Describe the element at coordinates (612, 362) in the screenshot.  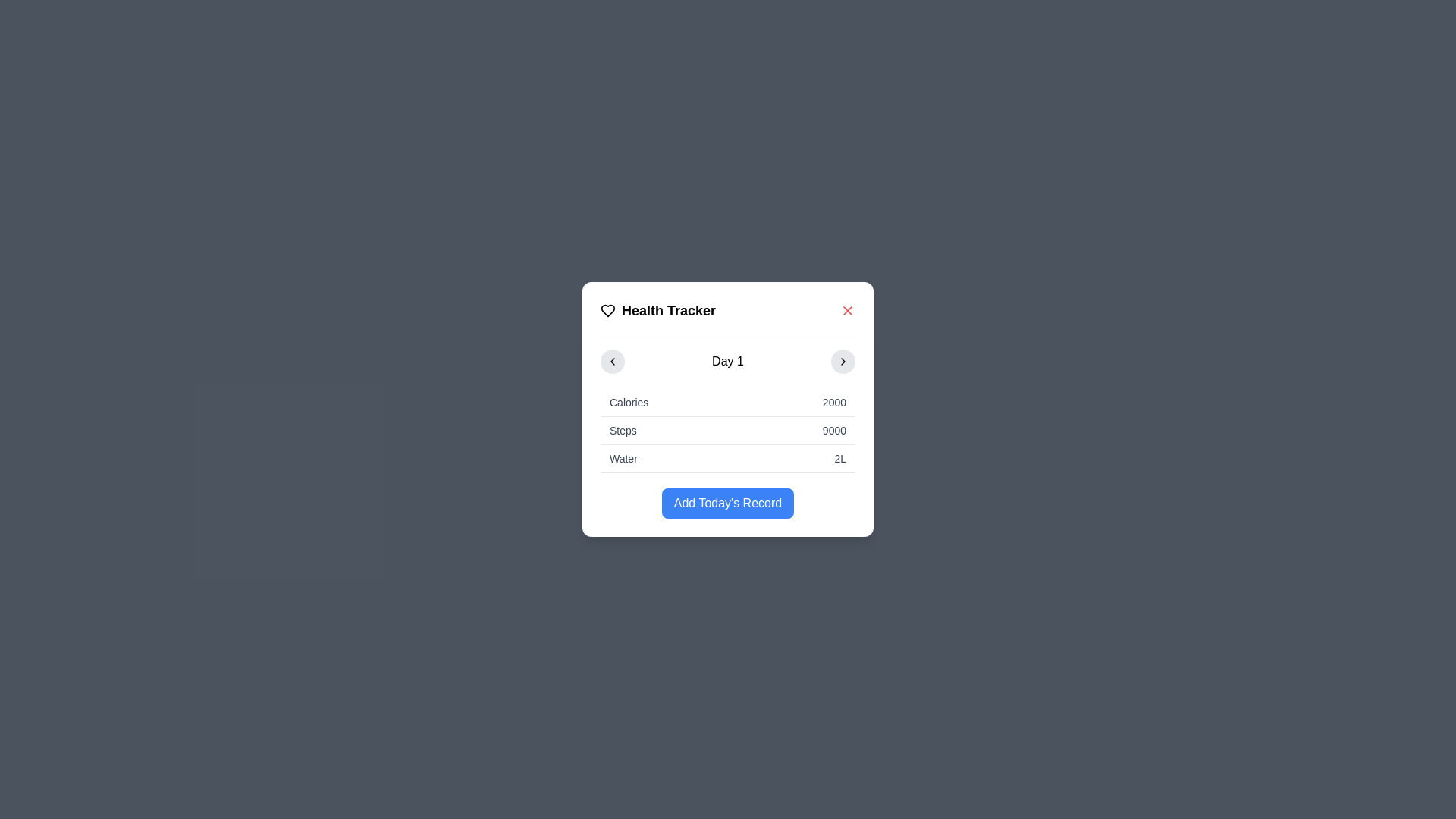
I see `the leftmost button in the header section, positioned to the left of the text 'Day 1'` at that location.